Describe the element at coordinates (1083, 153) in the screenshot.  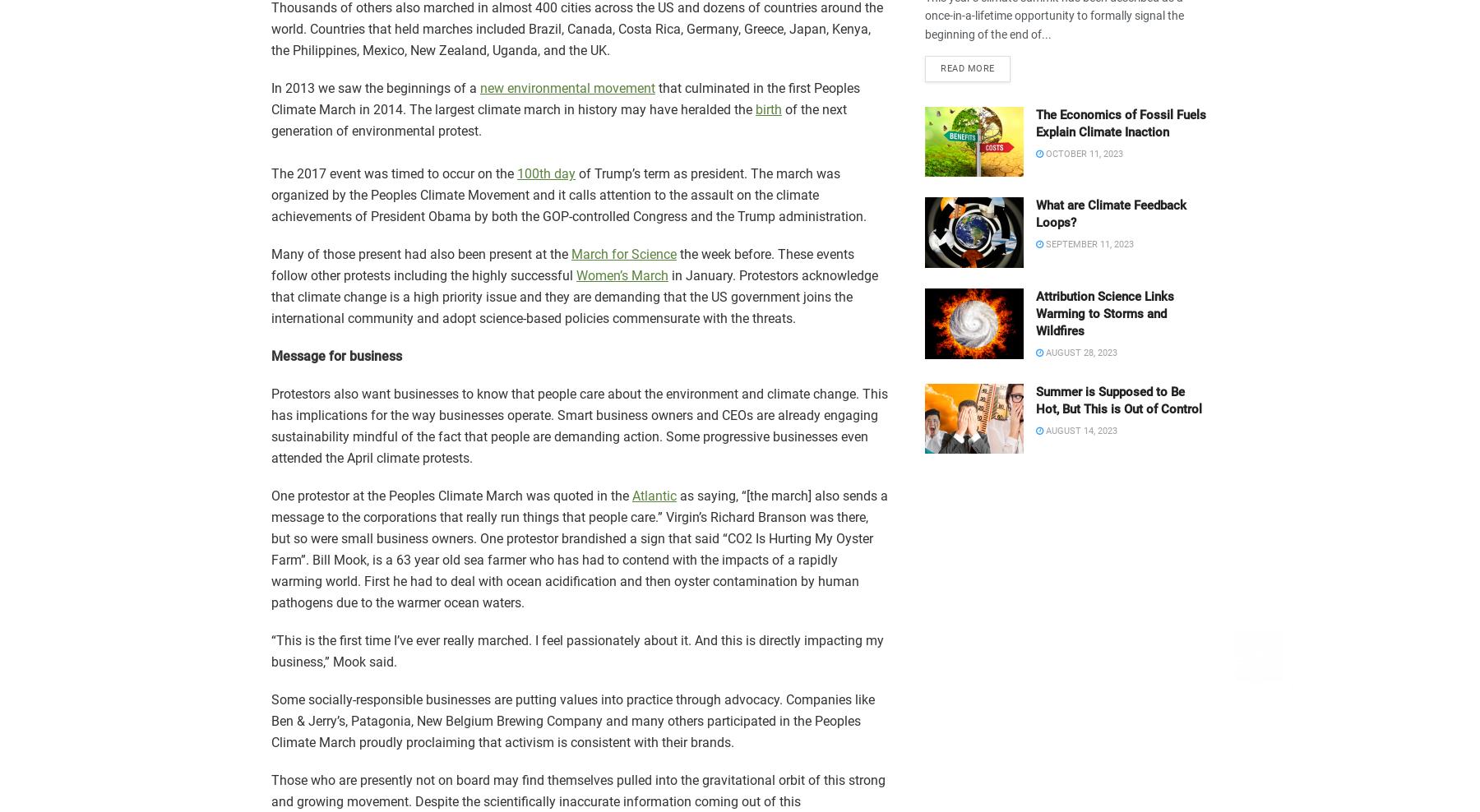
I see `'October 11, 2023'` at that location.